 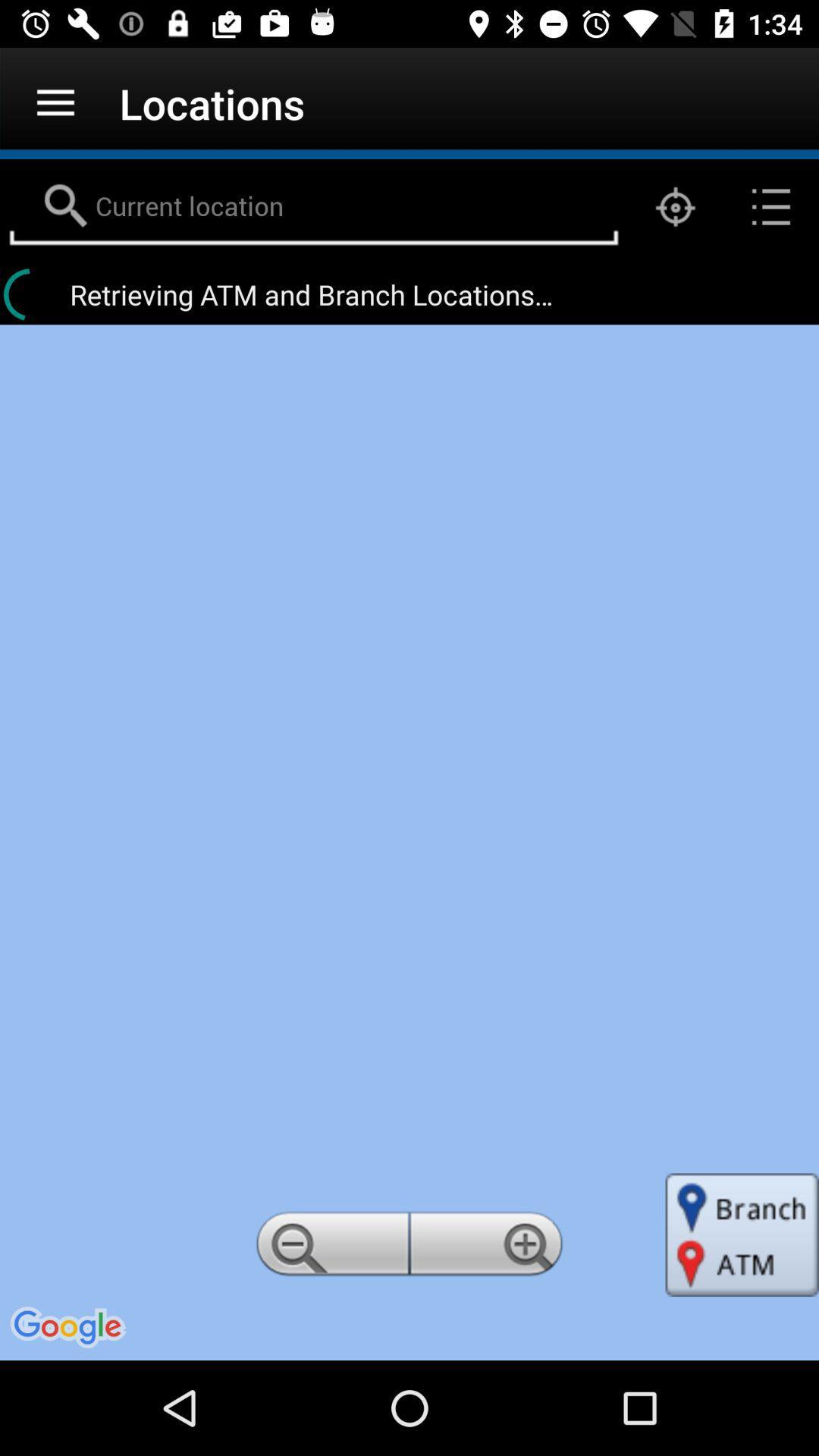 I want to click on this is for zoom out the display page, so click(x=329, y=1248).